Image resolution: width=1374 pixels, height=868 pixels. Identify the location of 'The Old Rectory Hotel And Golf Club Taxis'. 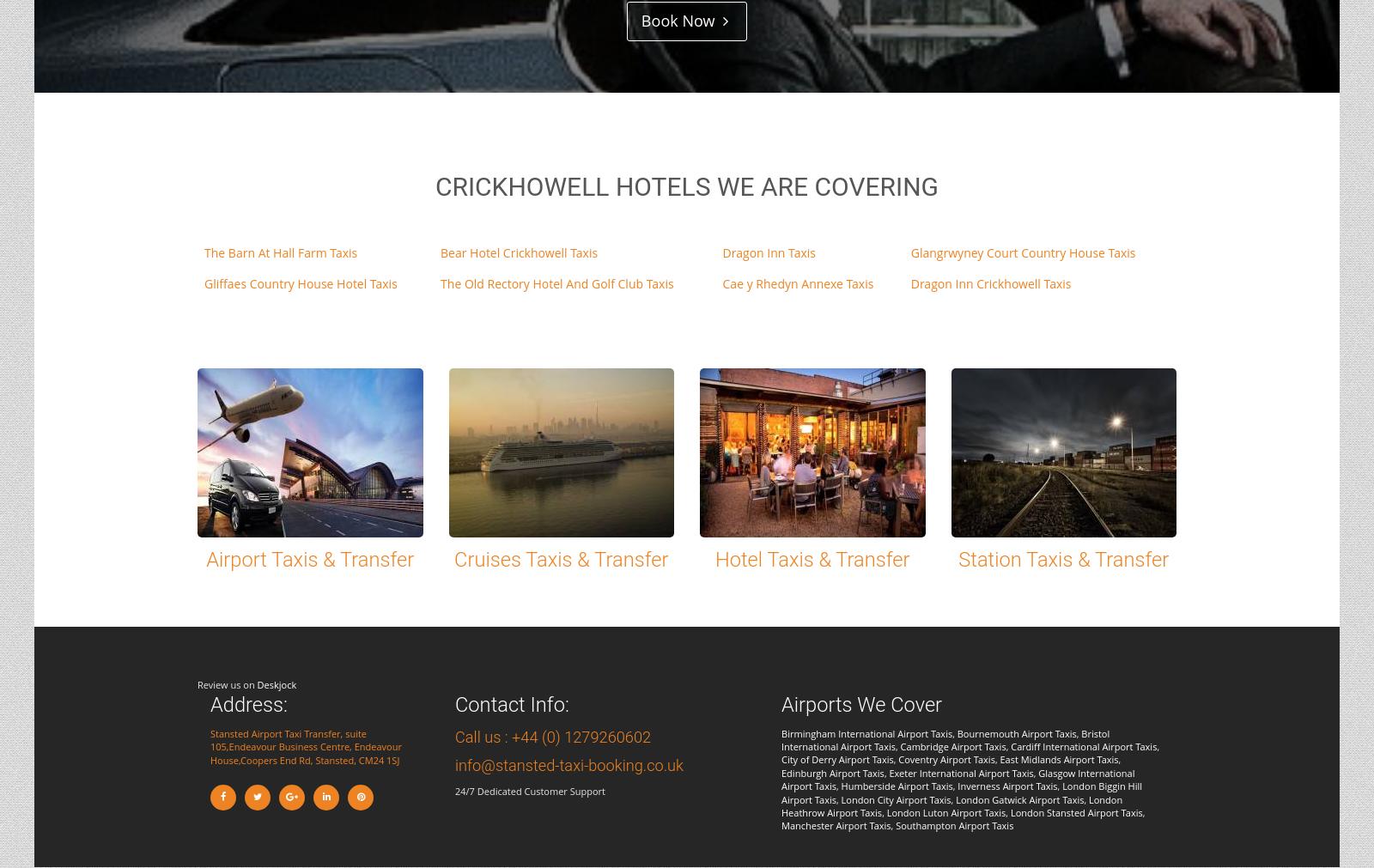
(556, 282).